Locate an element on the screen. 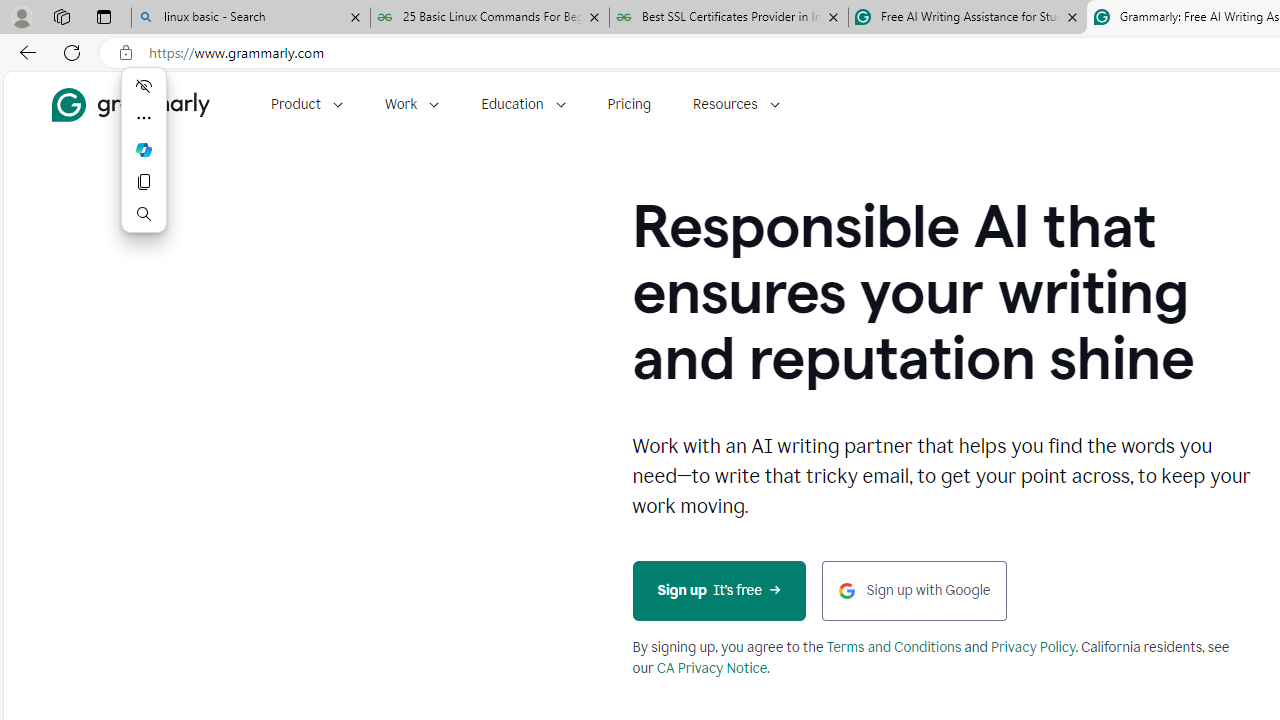 The width and height of the screenshot is (1280, 720). 'linux basic - Search' is located at coordinates (249, 17).